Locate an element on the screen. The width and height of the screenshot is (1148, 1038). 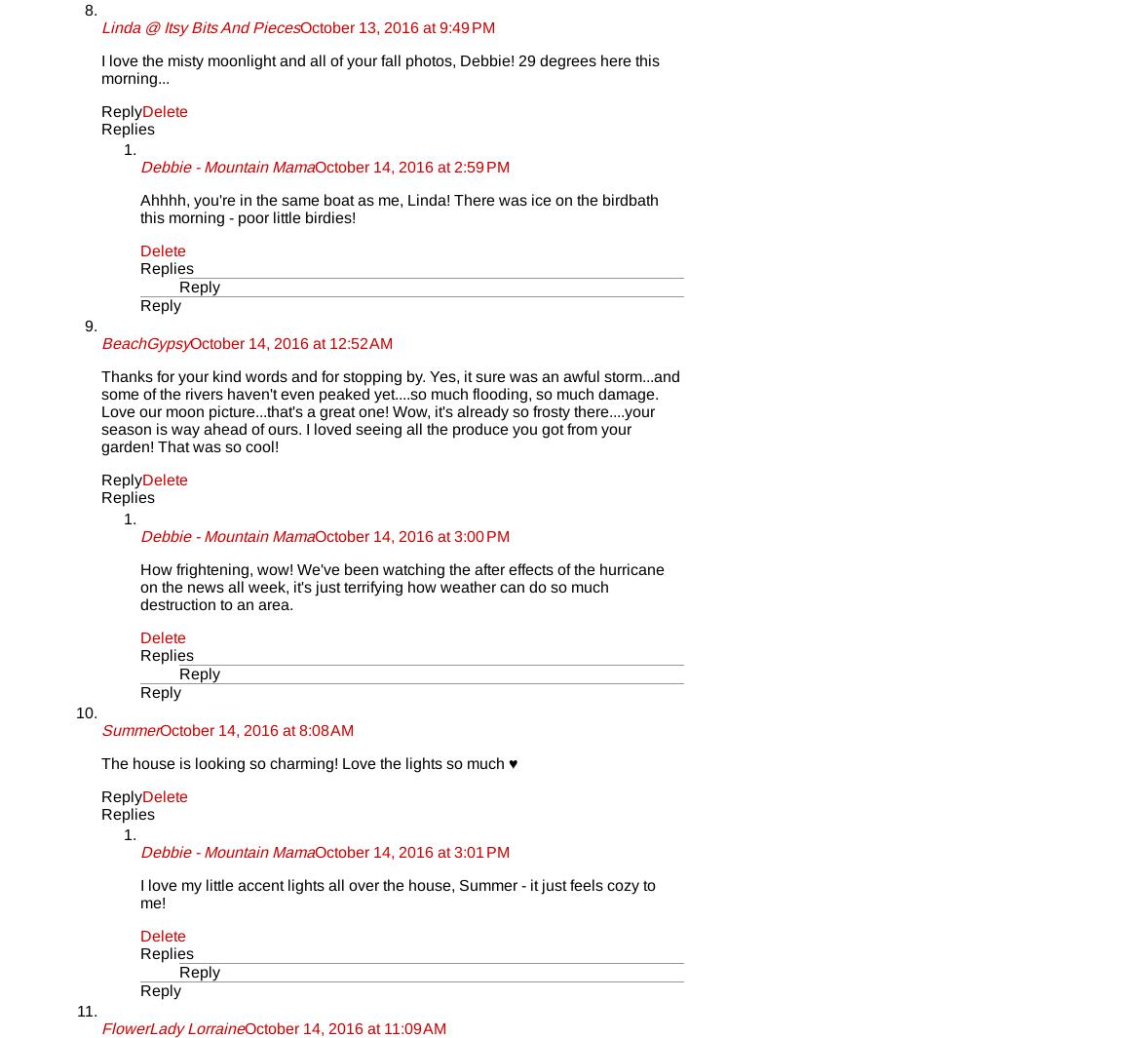
'October 14, 2016 at 2:59 PM' is located at coordinates (315, 166).